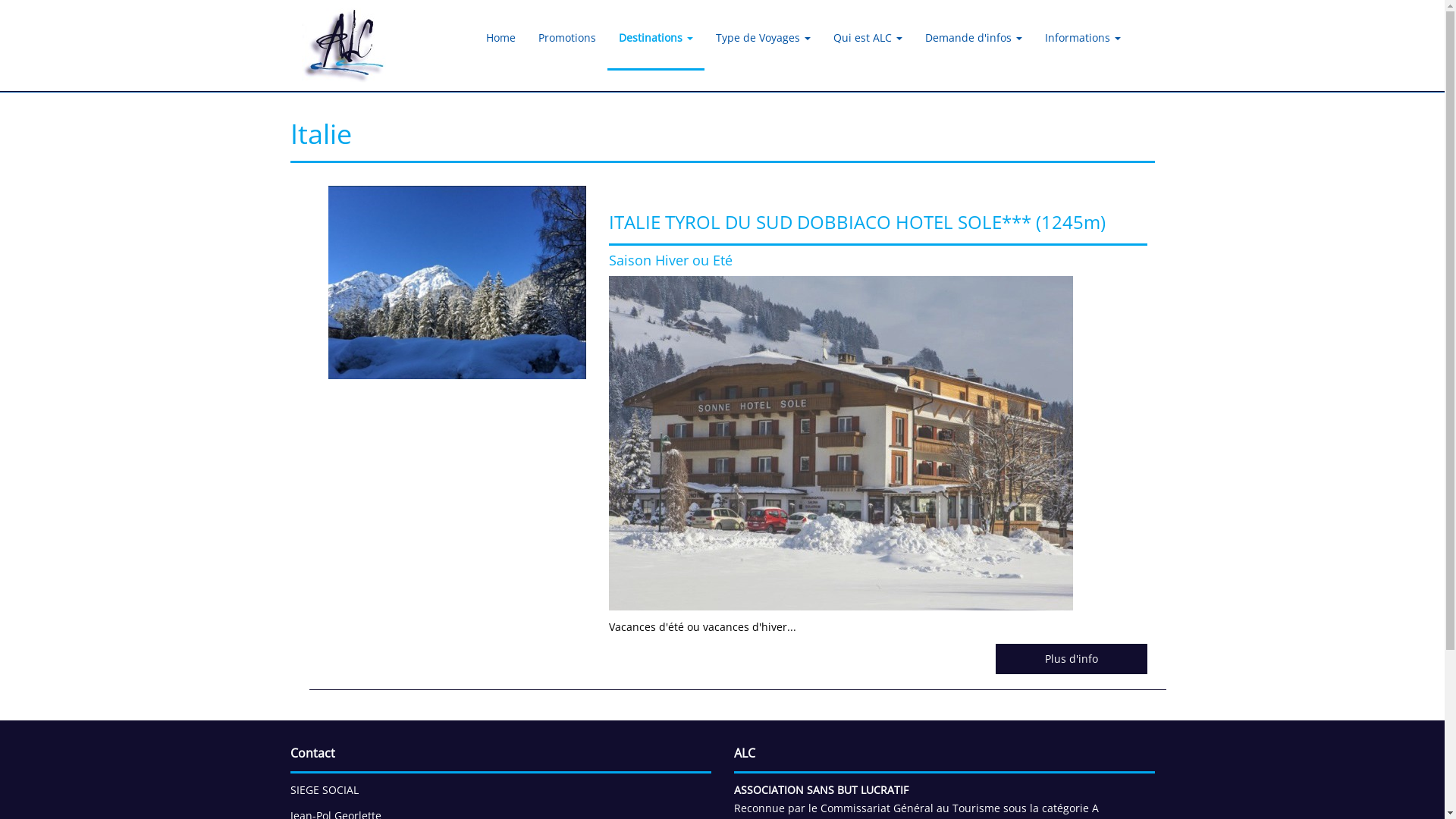  What do you see at coordinates (1069, 657) in the screenshot?
I see `'Plus d'info'` at bounding box center [1069, 657].